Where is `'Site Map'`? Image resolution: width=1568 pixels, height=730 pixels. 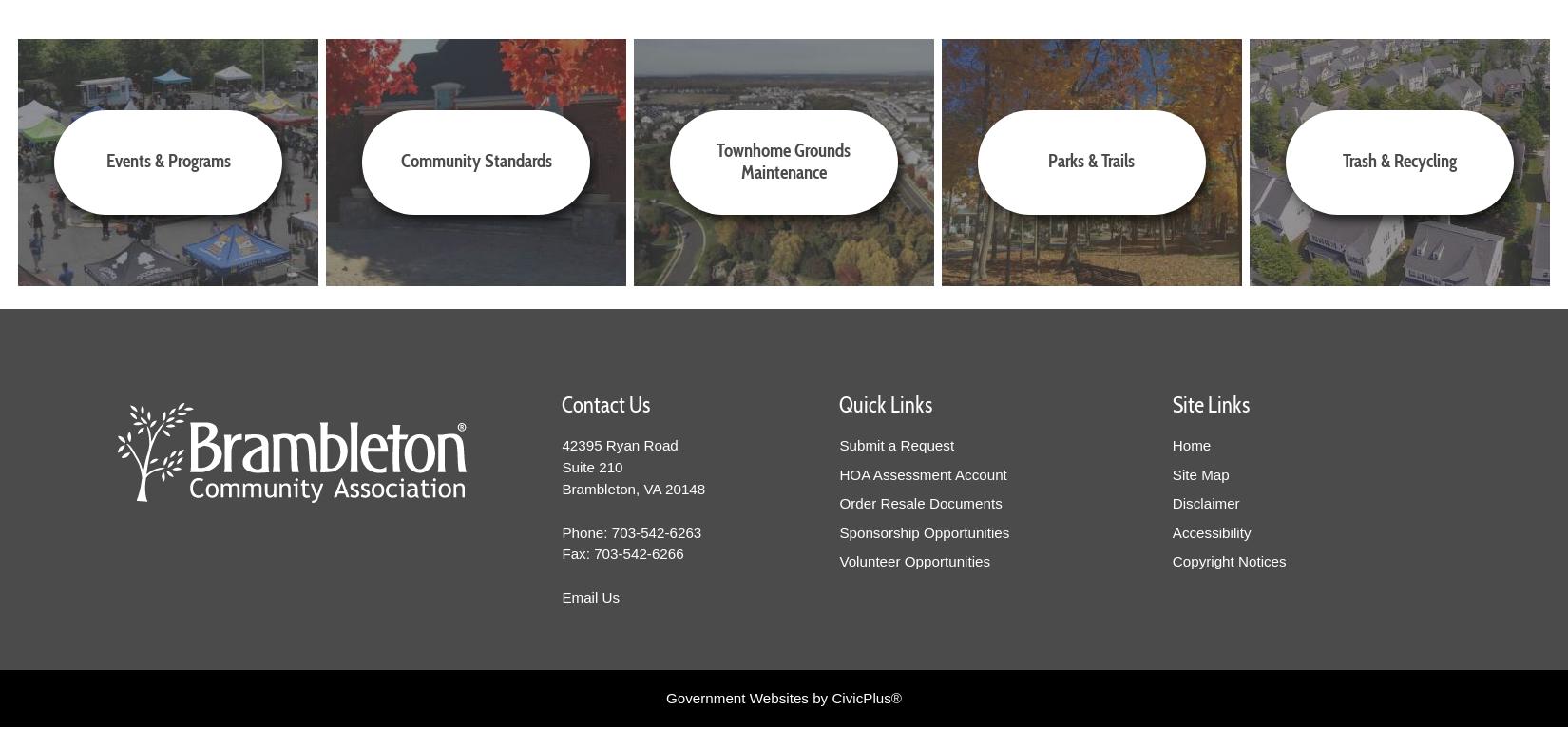 'Site Map' is located at coordinates (1199, 473).